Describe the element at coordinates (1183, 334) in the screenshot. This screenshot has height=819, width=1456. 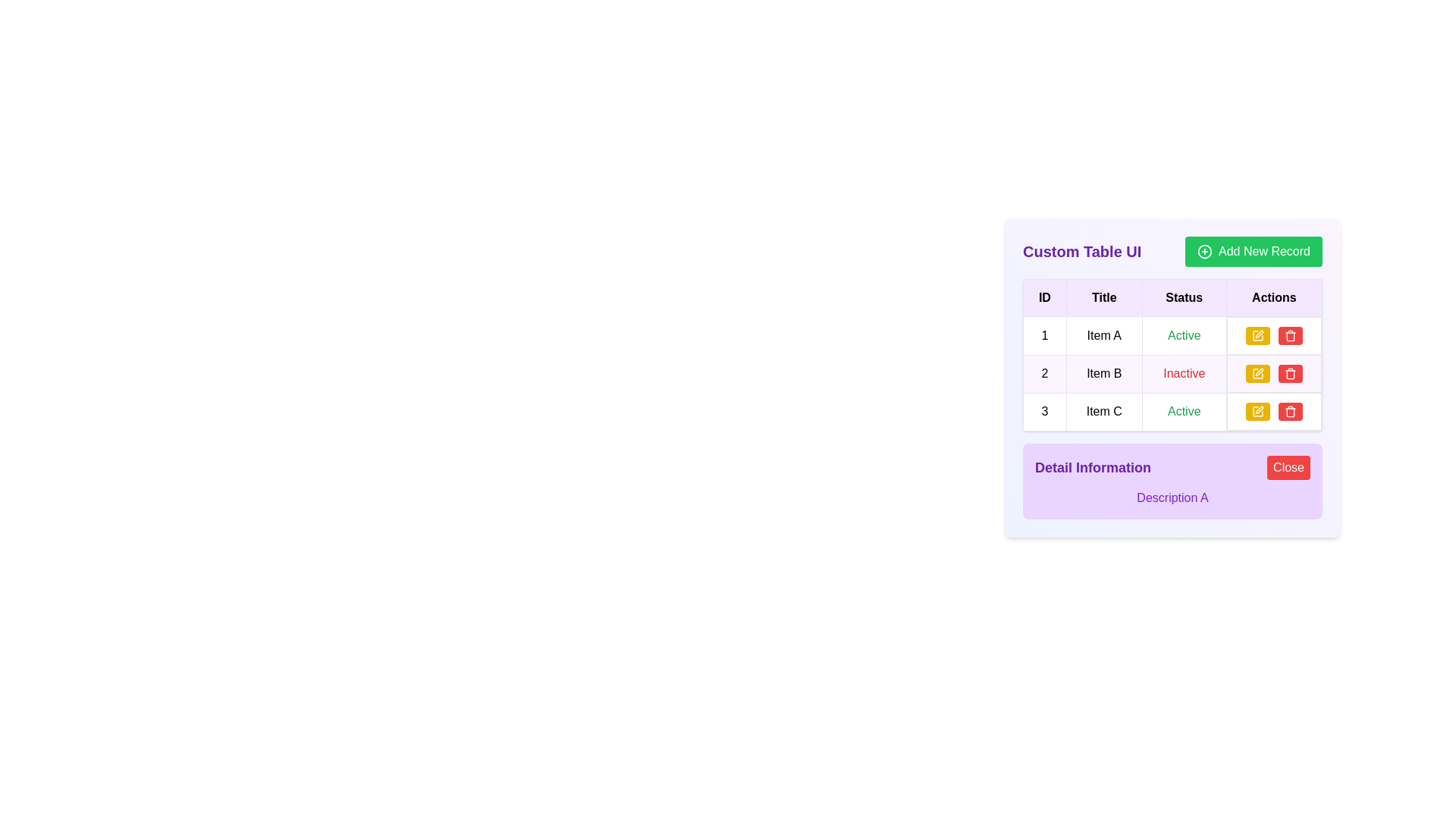
I see `text status indicator that shows 'Active' in the first row of the table under the 'Status' column` at that location.